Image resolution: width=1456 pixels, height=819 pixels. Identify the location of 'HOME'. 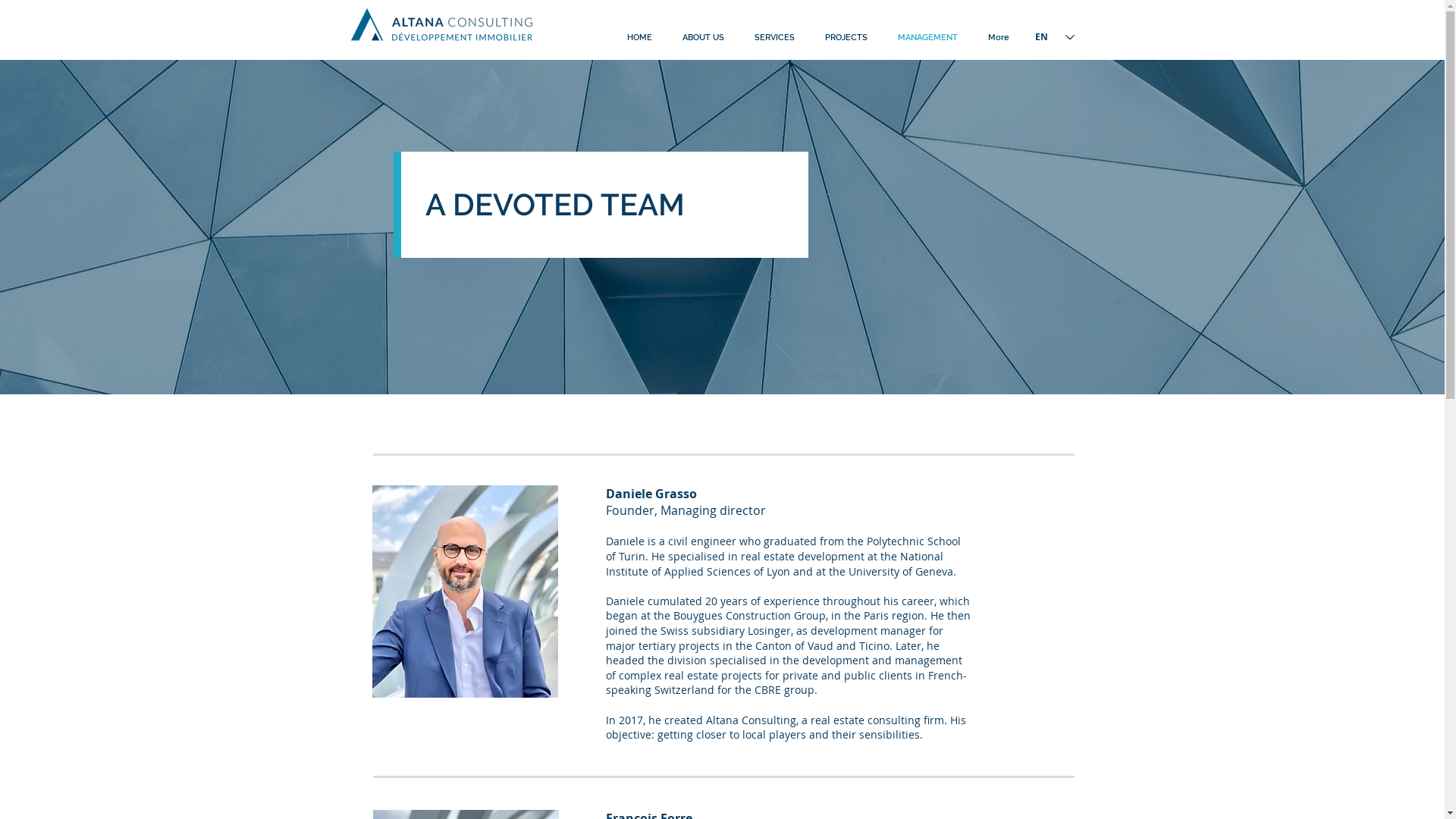
(639, 37).